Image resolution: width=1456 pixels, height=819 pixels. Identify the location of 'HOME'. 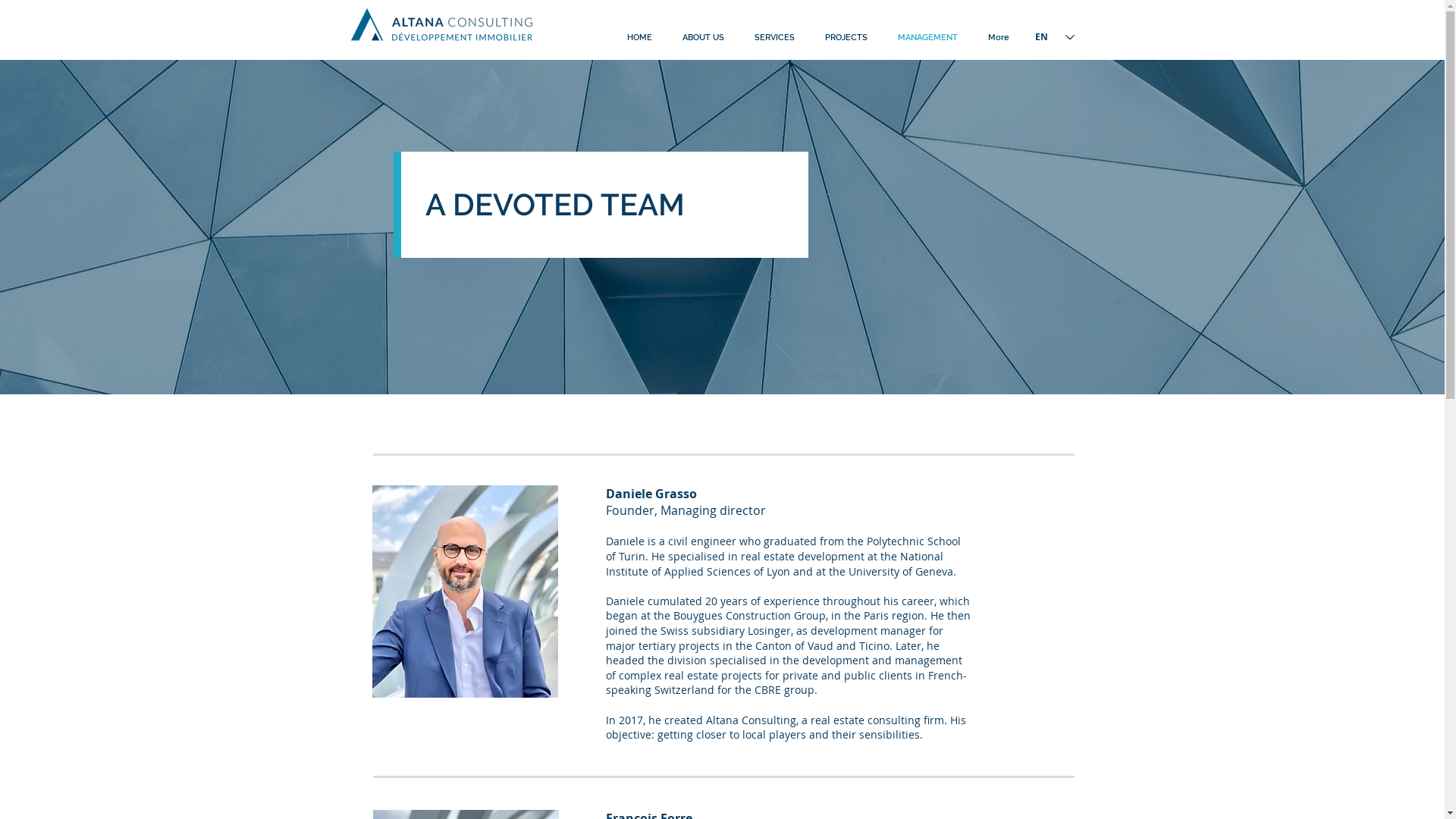
(639, 37).